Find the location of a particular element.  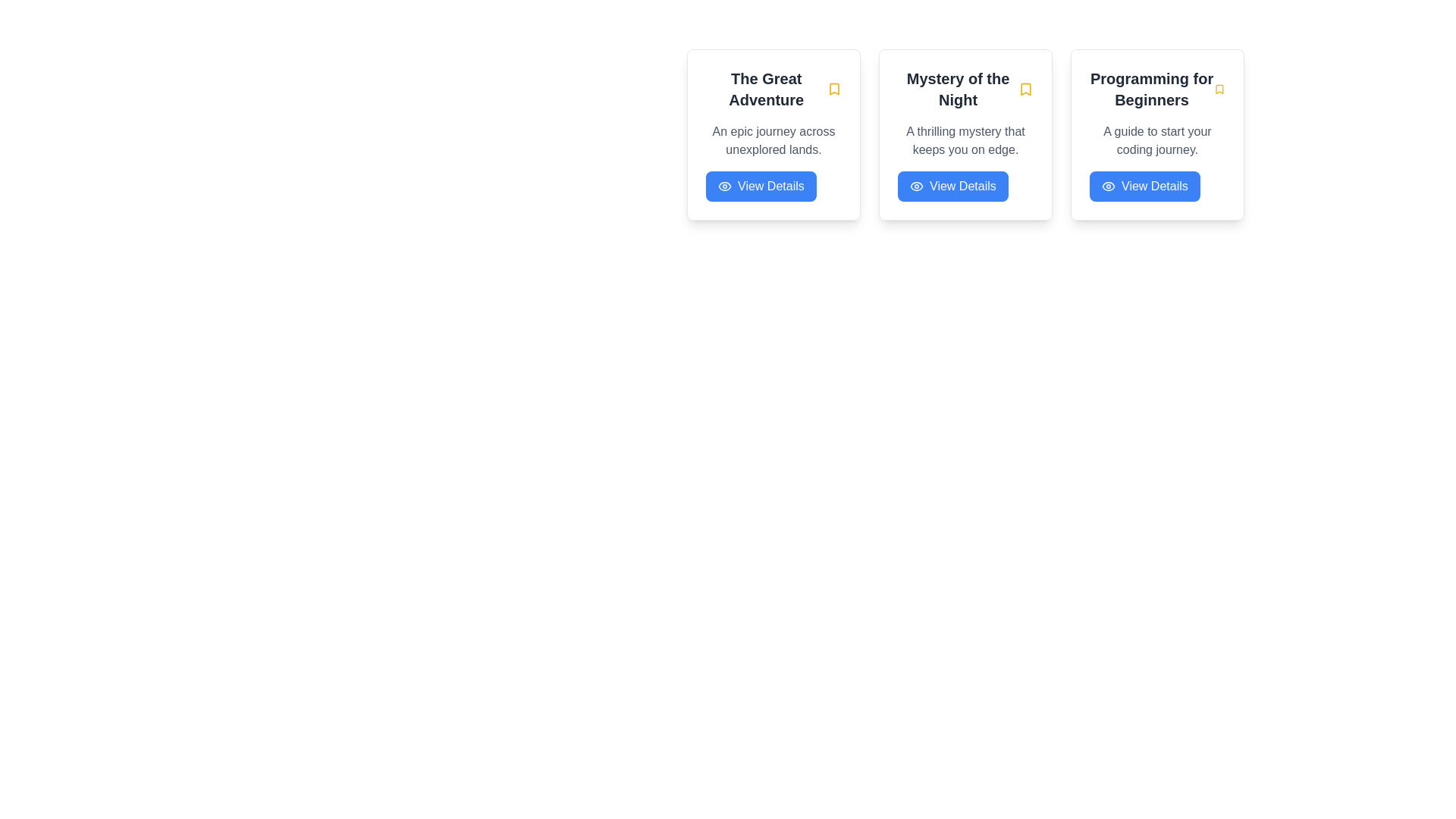

the yellow bookmark icon located at the upper-right corner of the 'Programming for Beginners' card is located at coordinates (1219, 89).